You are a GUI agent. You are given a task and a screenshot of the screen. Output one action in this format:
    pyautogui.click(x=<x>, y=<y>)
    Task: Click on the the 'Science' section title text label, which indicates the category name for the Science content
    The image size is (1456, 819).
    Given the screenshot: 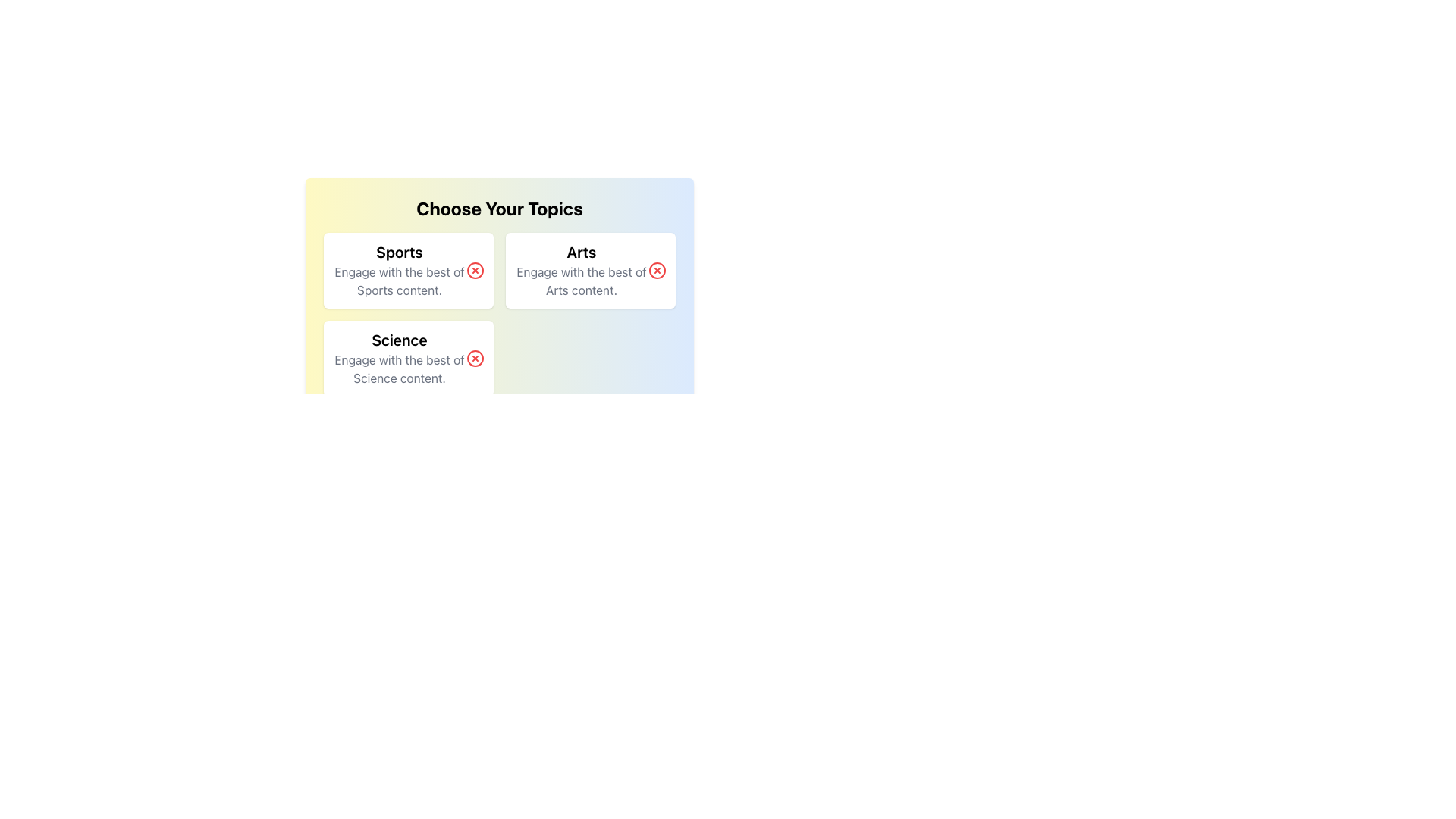 What is the action you would take?
    pyautogui.click(x=400, y=339)
    